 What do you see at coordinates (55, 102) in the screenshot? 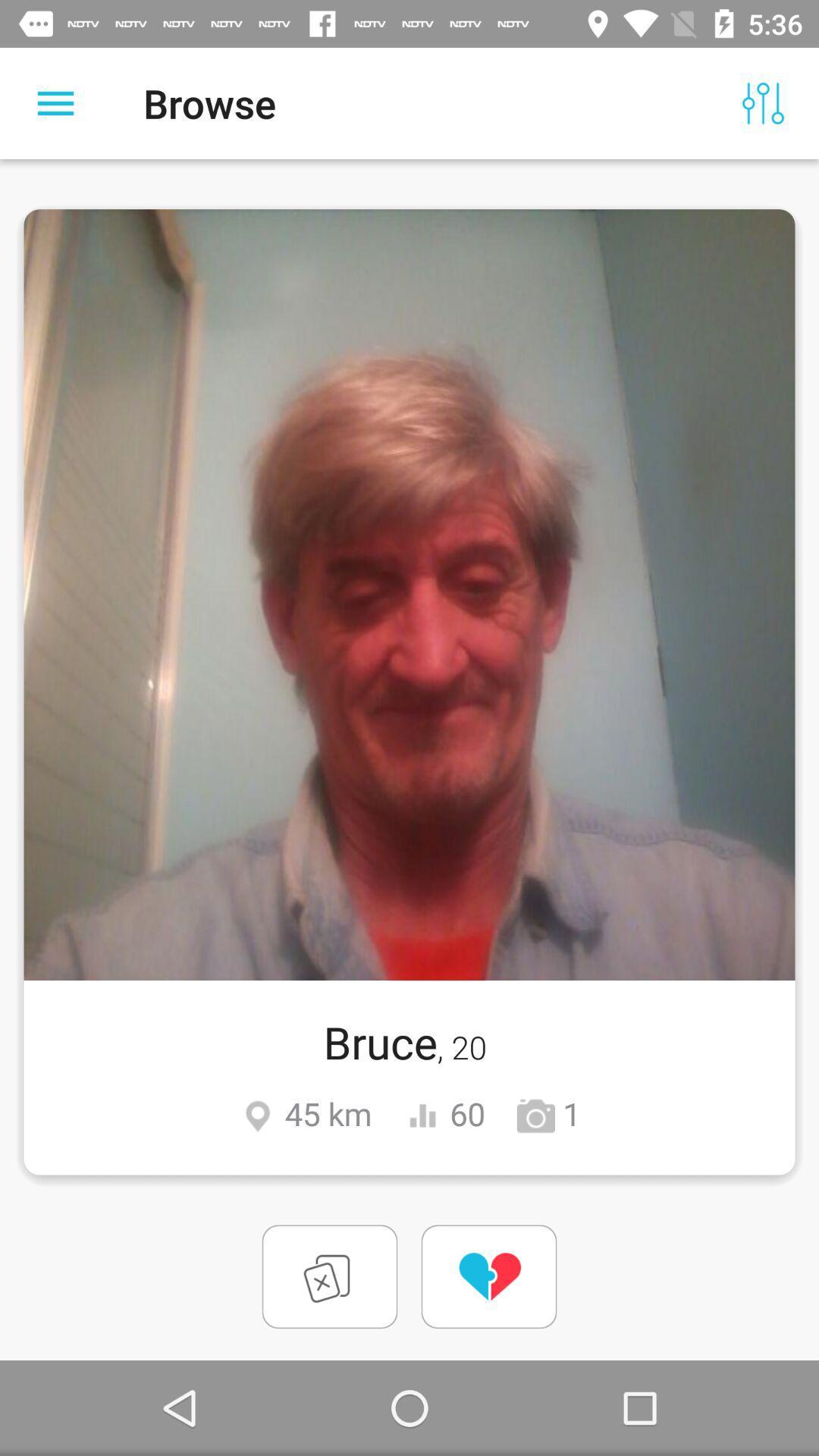
I see `switch more options` at bounding box center [55, 102].